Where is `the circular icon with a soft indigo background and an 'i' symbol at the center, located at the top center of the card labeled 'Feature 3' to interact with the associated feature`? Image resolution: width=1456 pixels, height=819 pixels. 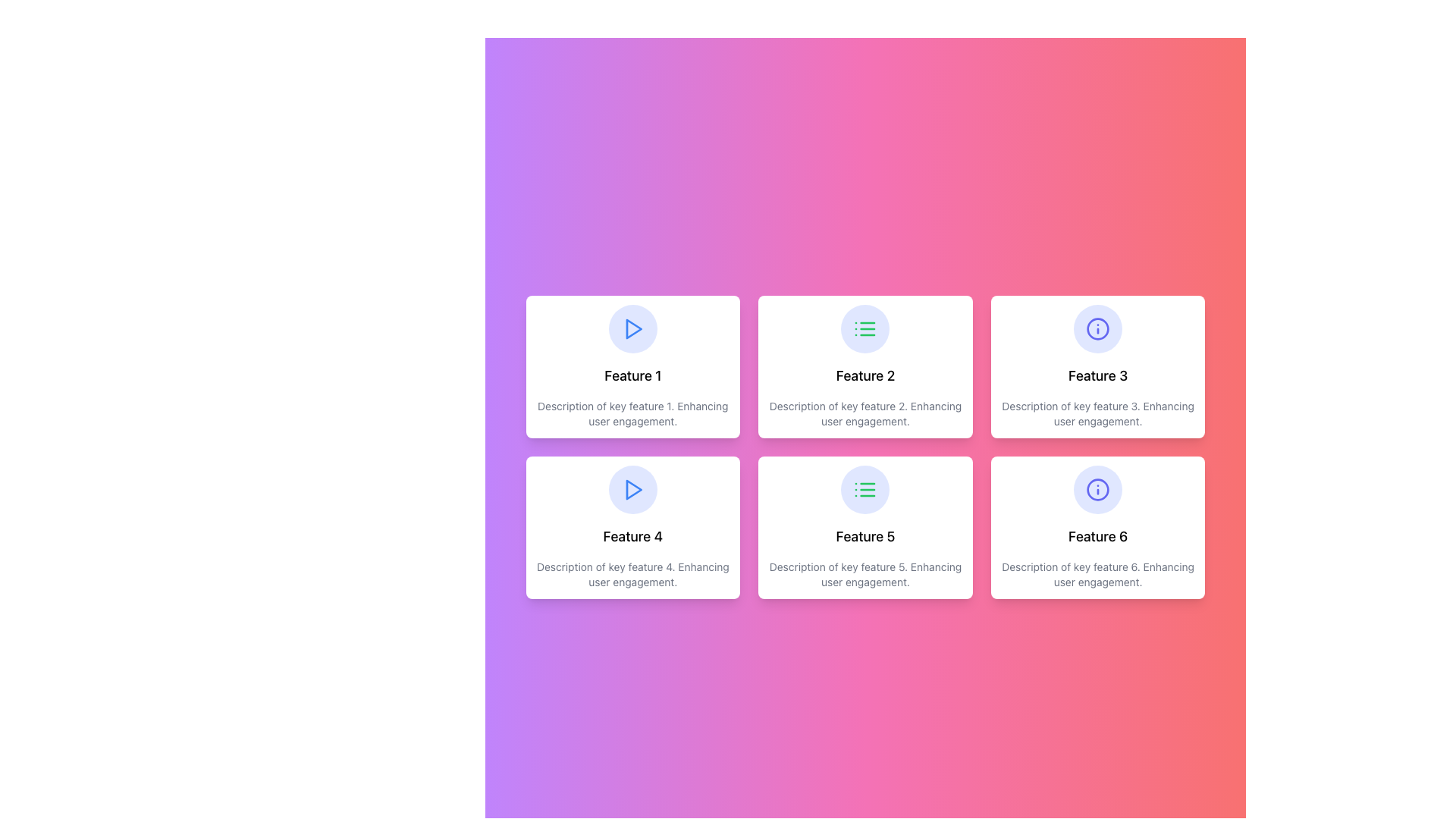 the circular icon with a soft indigo background and an 'i' symbol at the center, located at the top center of the card labeled 'Feature 3' to interact with the associated feature is located at coordinates (1098, 328).